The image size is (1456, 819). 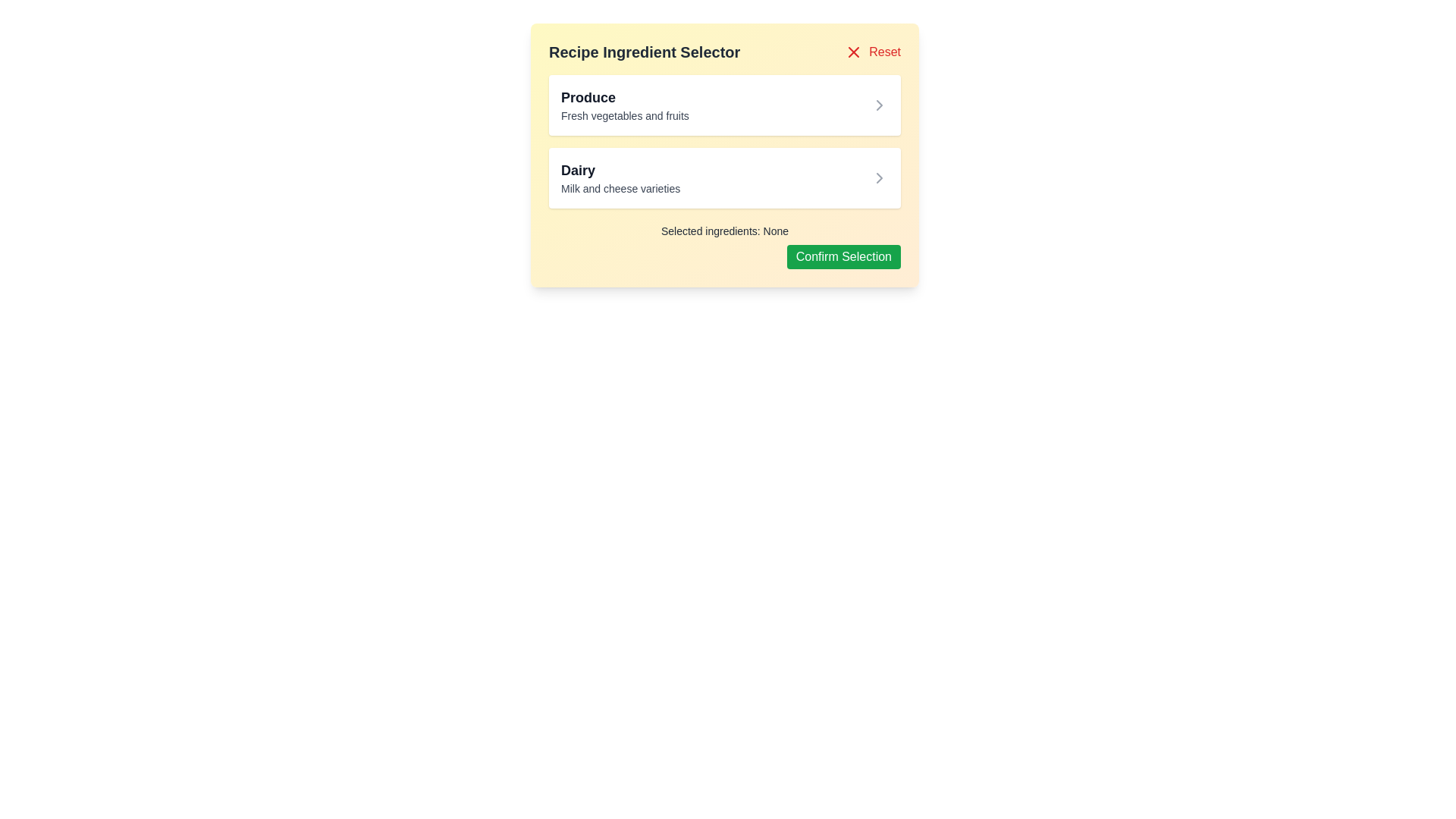 I want to click on the red 'X' icon in the upper-right corner of the 'Recipe Ingredient Selector' component, so click(x=854, y=52).